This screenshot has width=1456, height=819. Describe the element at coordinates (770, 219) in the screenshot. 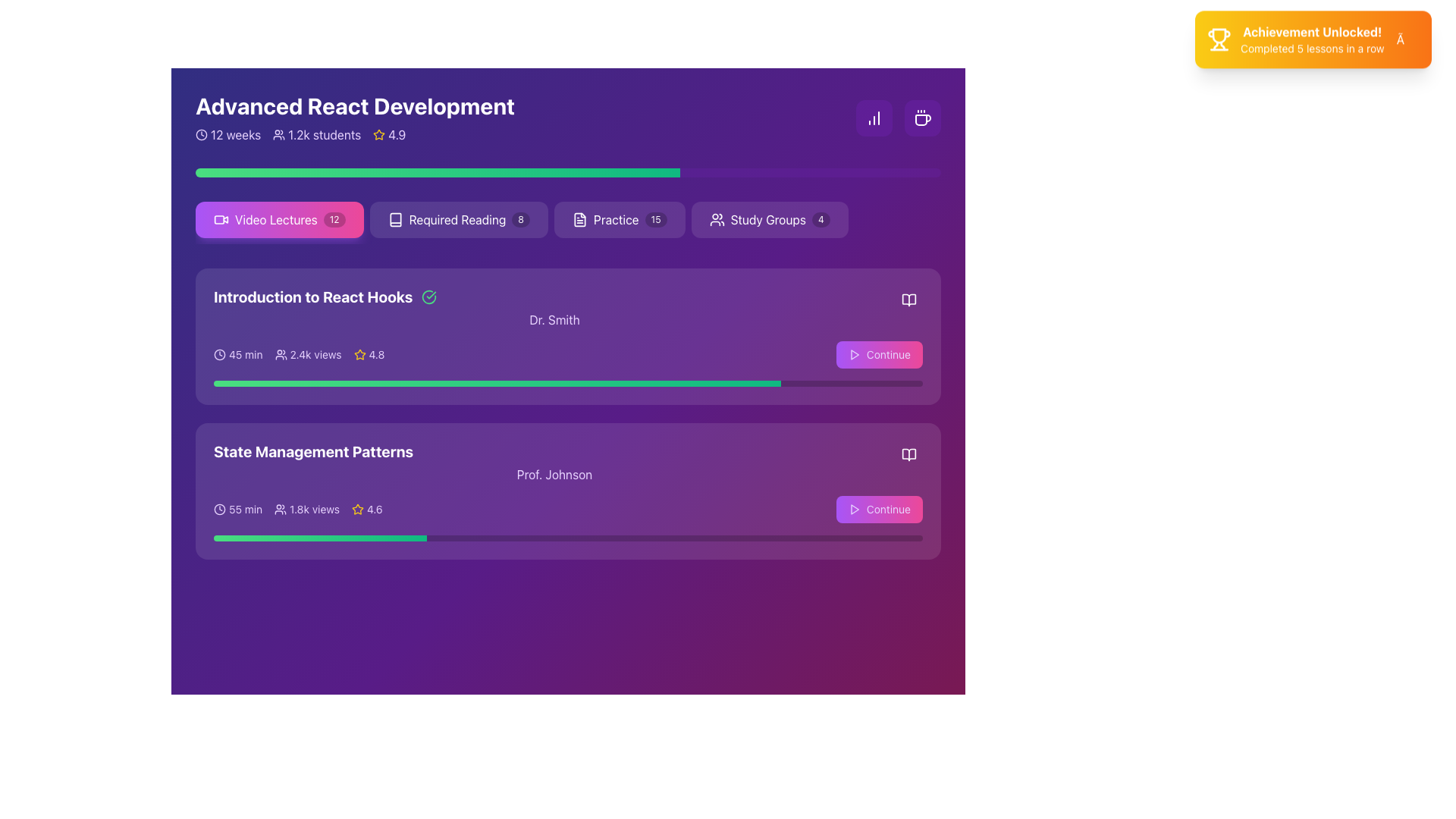

I see `the 'Study Groups' button, which is a rounded rectangular button with a purple background and a white border, located immediately after the 'Practice' button in a horizontal row` at that location.